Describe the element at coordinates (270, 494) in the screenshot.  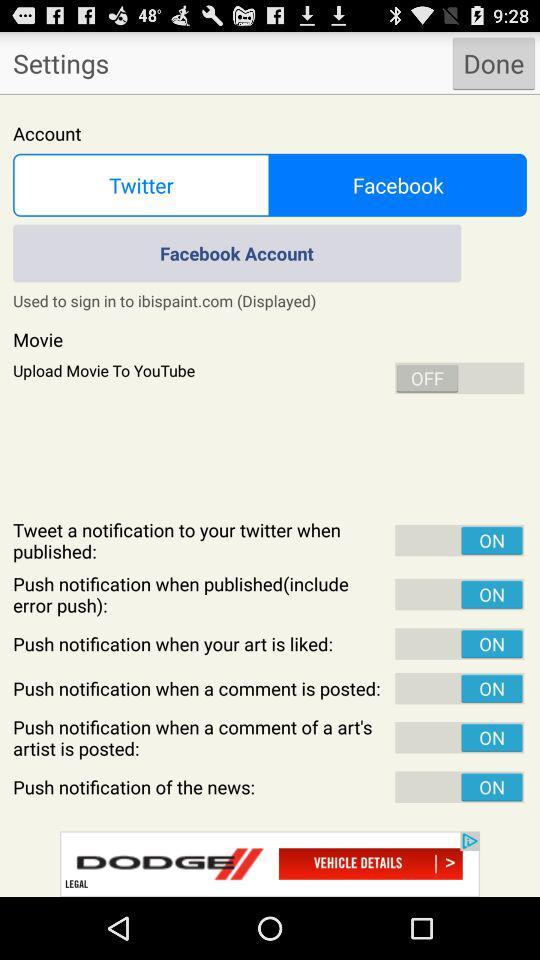
I see `change settings` at that location.